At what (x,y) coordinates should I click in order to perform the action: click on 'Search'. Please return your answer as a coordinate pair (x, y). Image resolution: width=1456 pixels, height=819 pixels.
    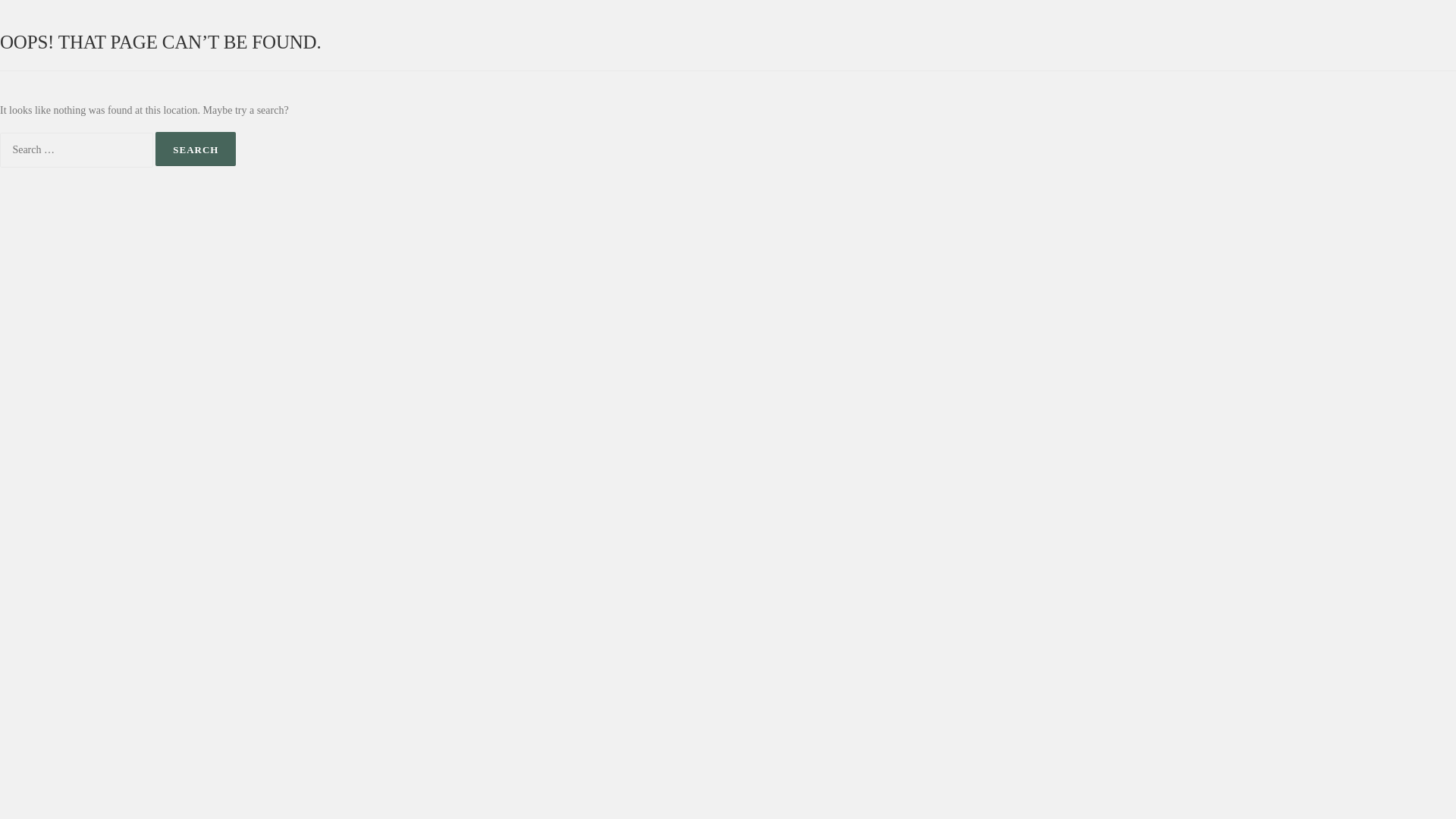
    Looking at the image, I should click on (195, 149).